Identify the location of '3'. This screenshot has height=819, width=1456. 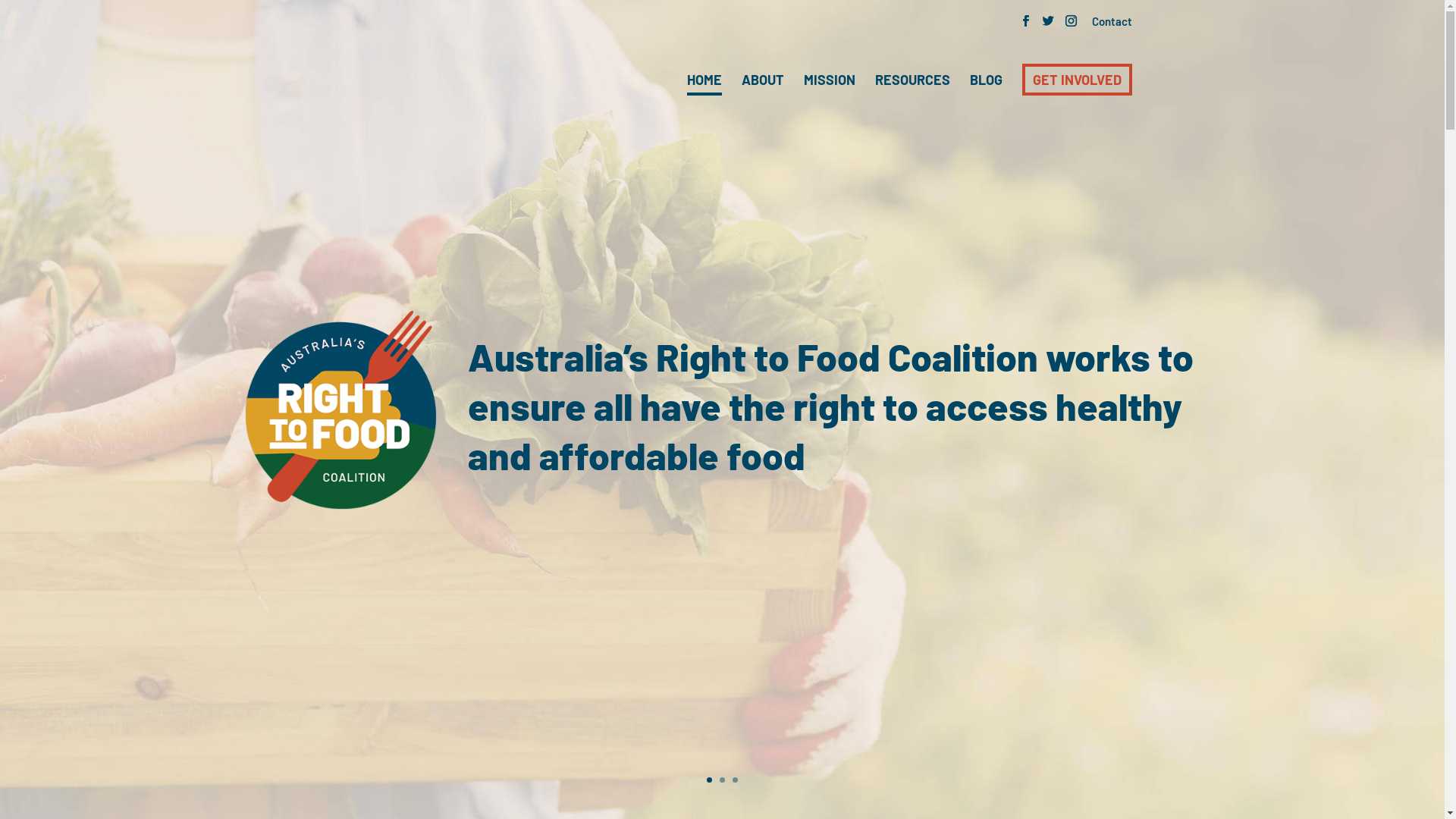
(735, 780).